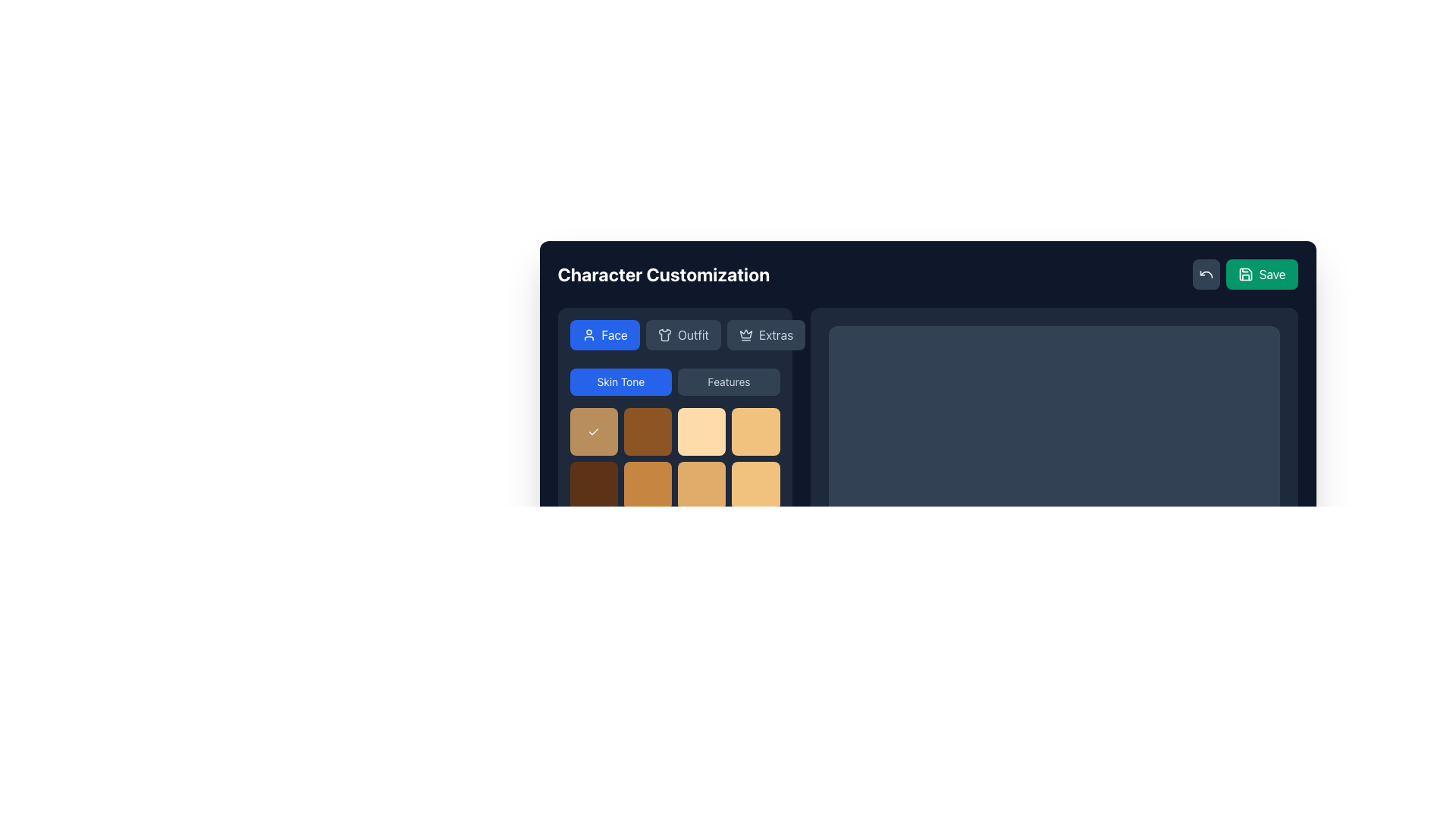 This screenshot has width=1456, height=819. What do you see at coordinates (588, 334) in the screenshot?
I see `the 'Face' icon embedded within the button` at bounding box center [588, 334].